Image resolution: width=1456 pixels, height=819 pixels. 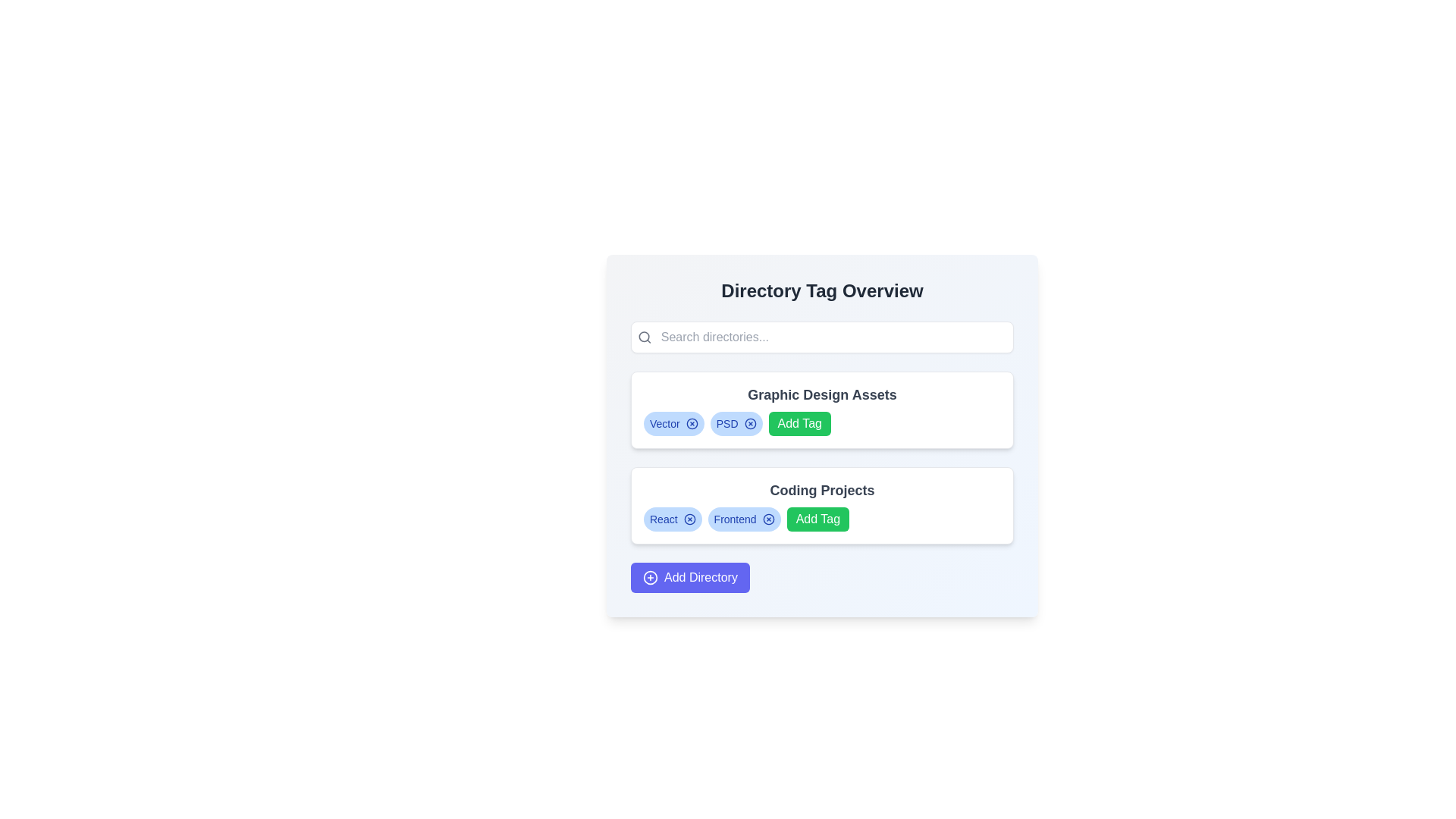 I want to click on the first tag labeled 'React' within the 'Coding Projects' section, so click(x=672, y=519).